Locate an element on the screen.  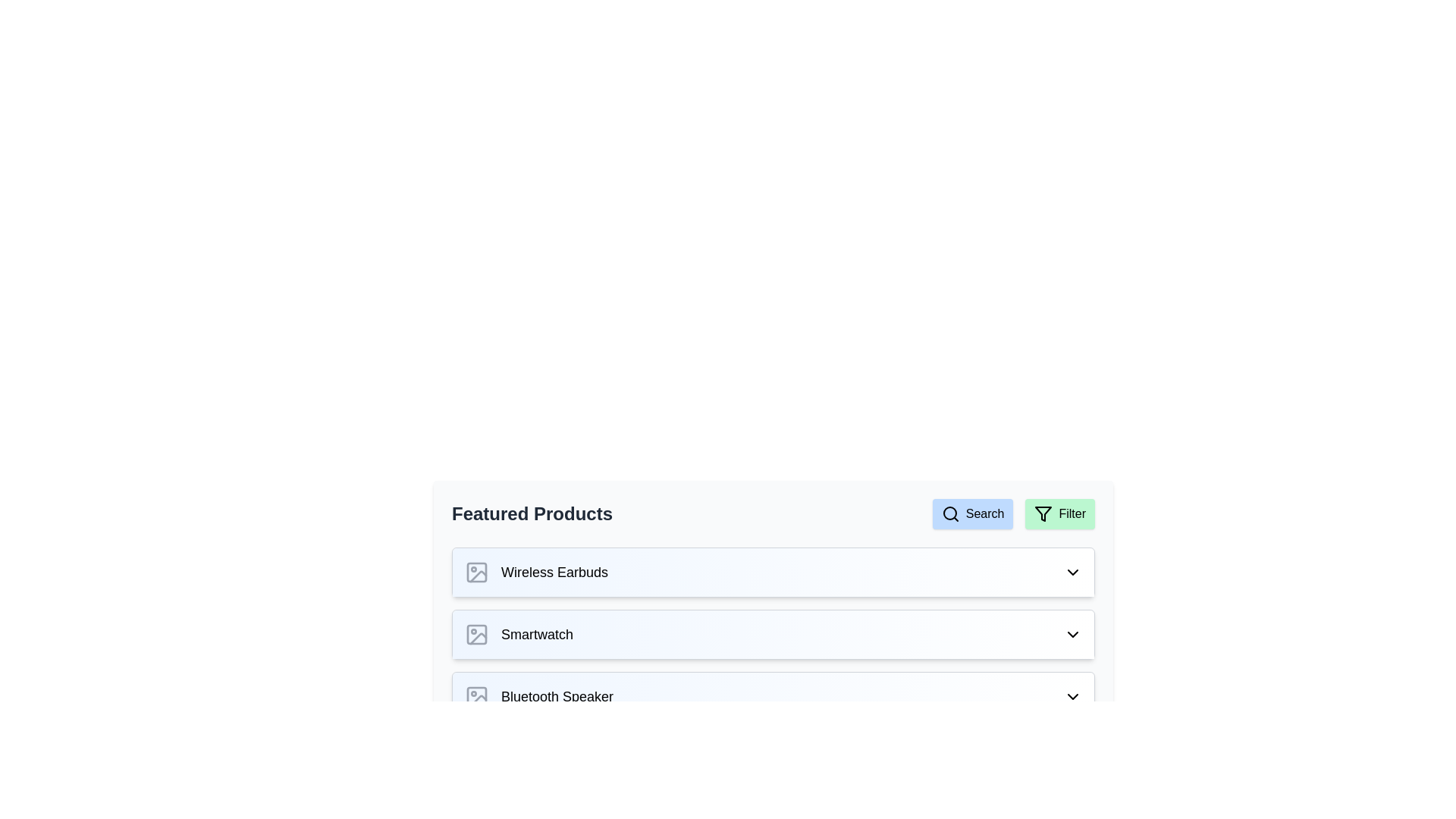
the rounded rectangle graphical SVG shape element that serves as a background for the 'Smartwatch' product in the SVG icon is located at coordinates (475, 635).